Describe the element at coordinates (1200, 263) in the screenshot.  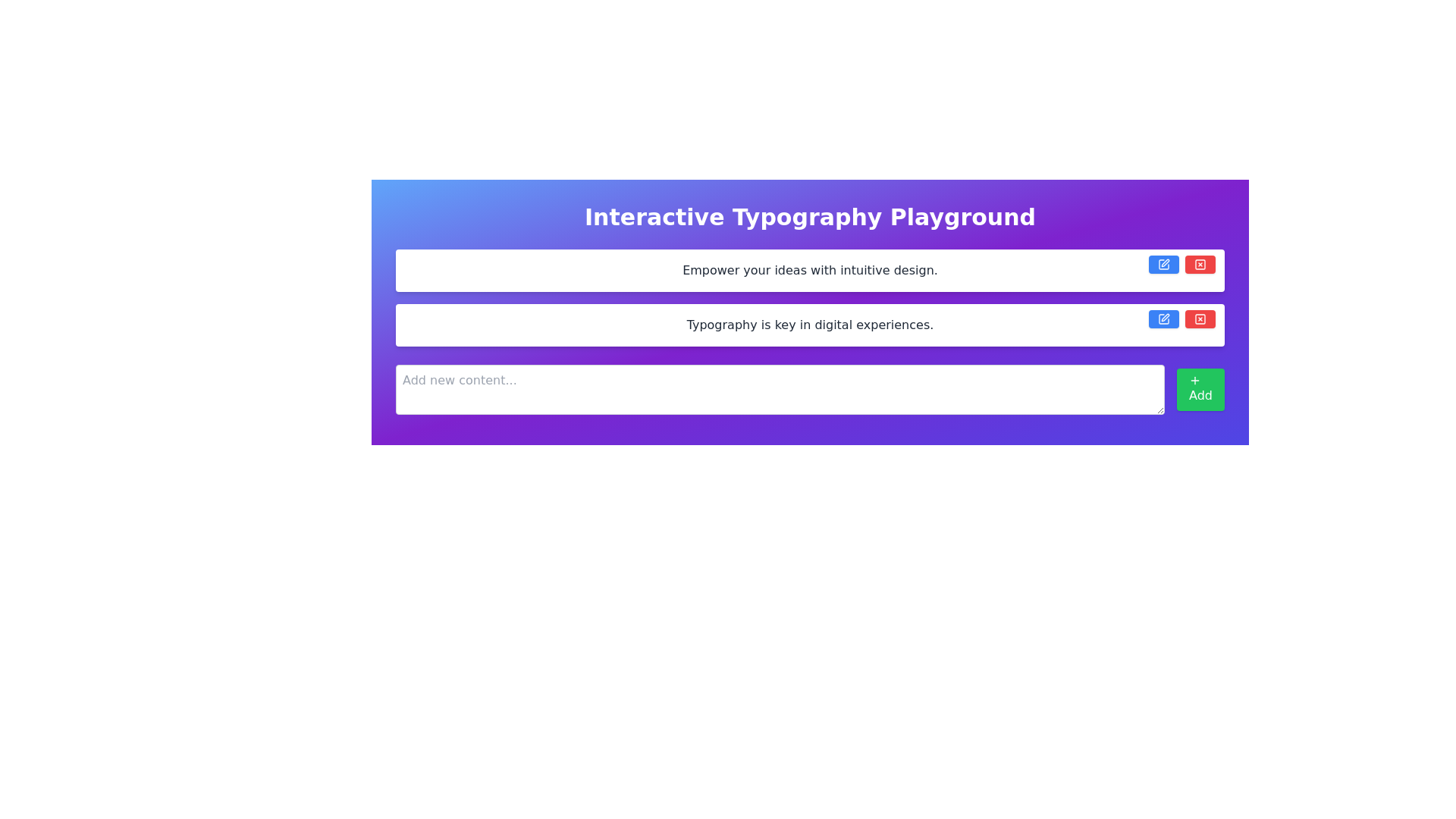
I see `the delete button located in the top-right corner of the area associated with the first input field` at that location.